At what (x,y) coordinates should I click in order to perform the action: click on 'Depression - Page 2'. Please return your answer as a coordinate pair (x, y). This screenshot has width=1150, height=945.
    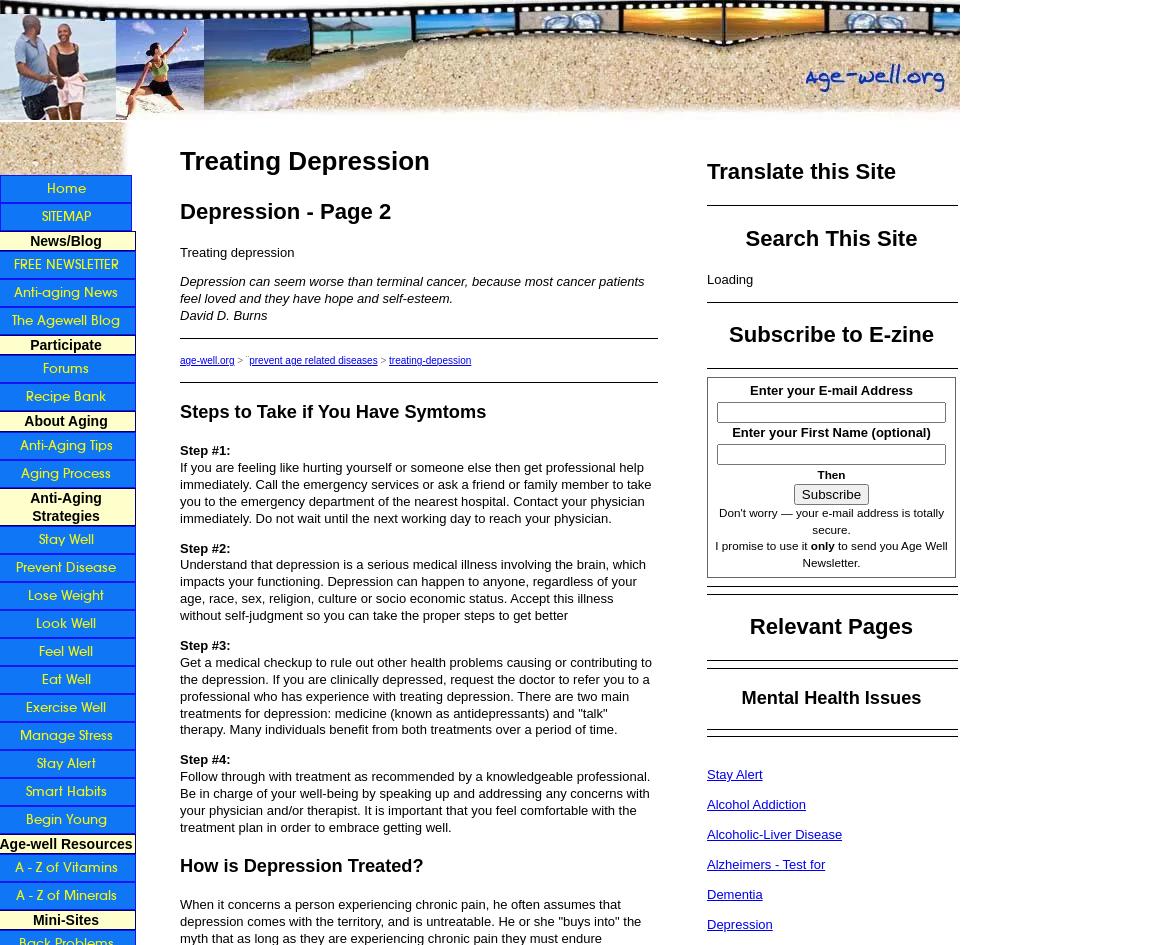
    Looking at the image, I should click on (284, 209).